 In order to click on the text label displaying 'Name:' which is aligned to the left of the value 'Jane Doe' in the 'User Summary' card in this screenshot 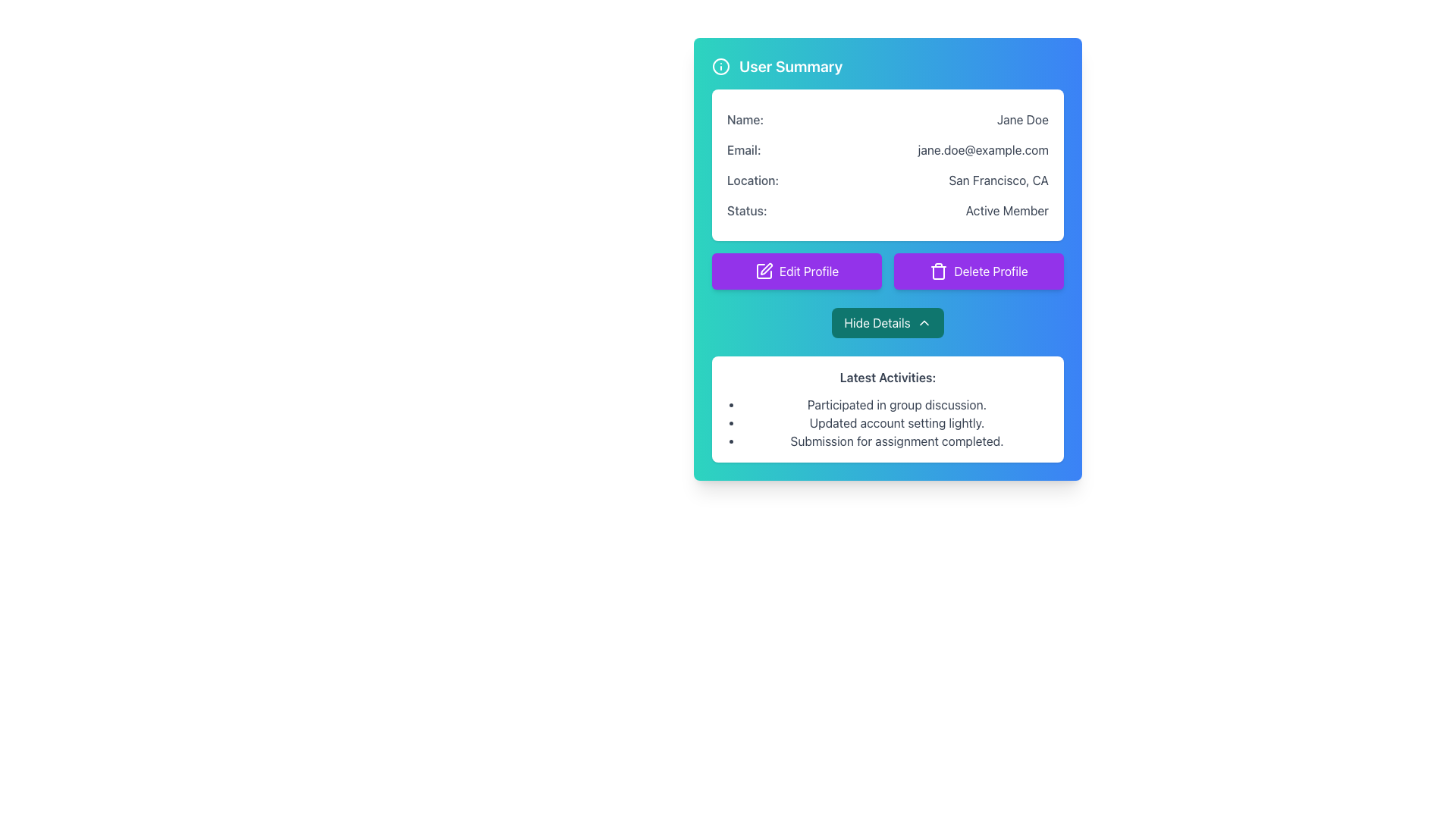, I will do `click(745, 119)`.